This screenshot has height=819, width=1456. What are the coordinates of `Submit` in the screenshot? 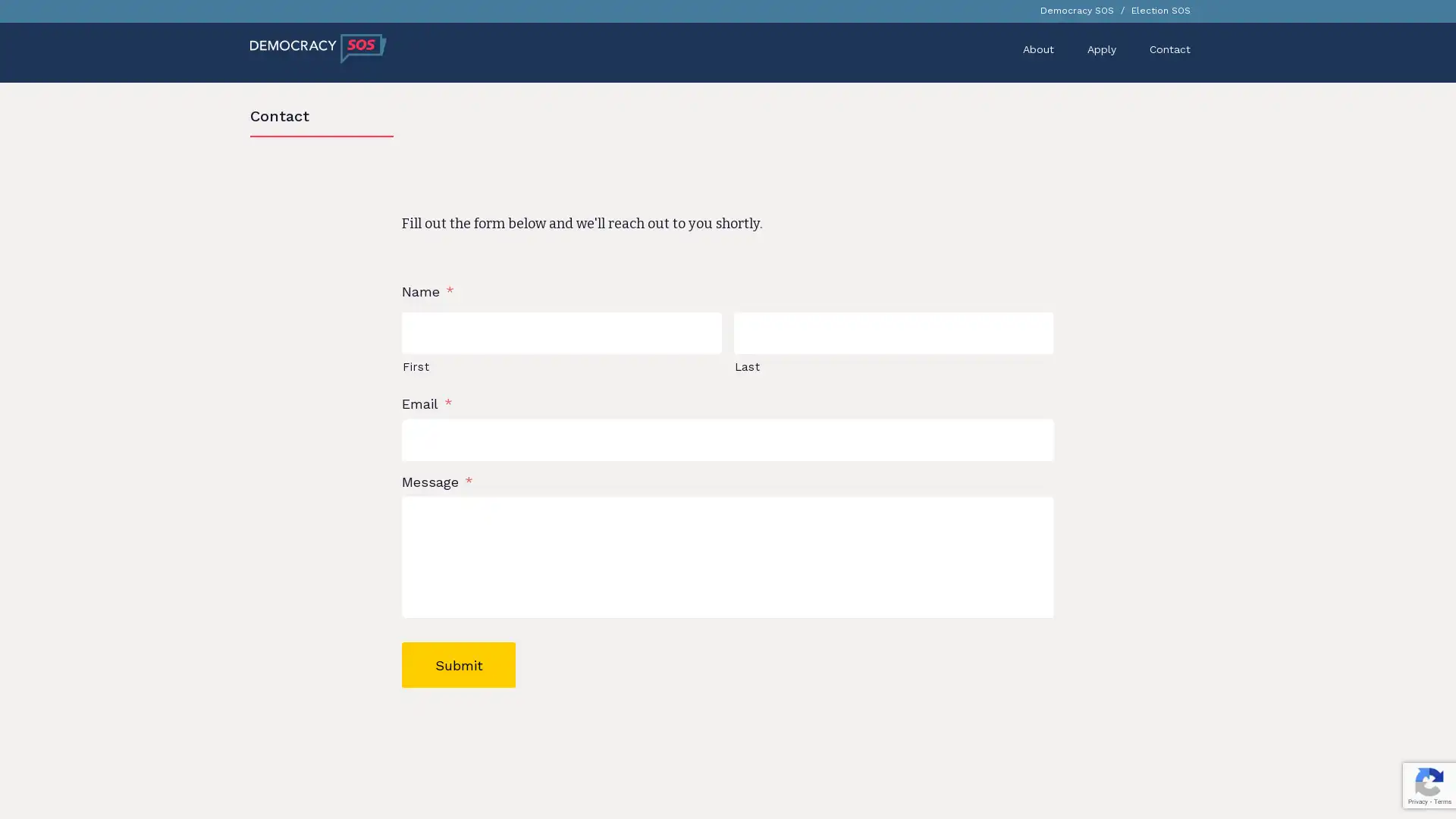 It's located at (457, 664).